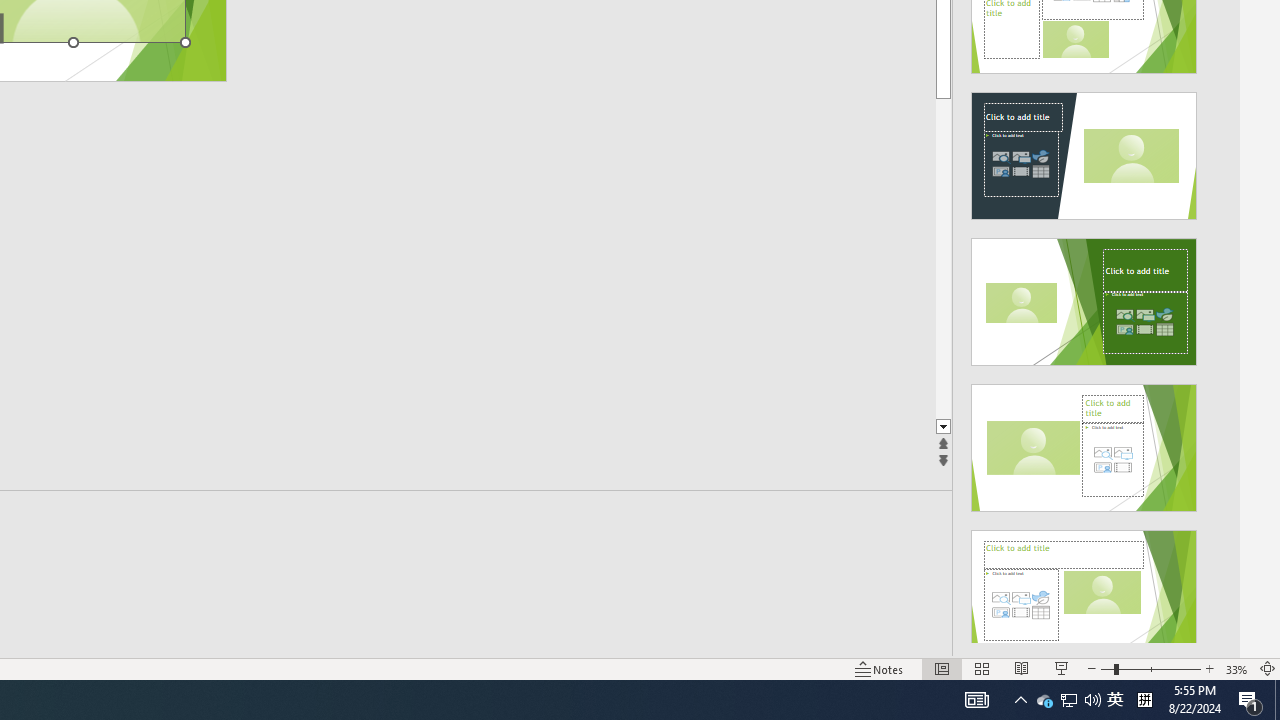 The height and width of the screenshot is (720, 1280). Describe the element at coordinates (1083, 586) in the screenshot. I see `'Design Idea'` at that location.